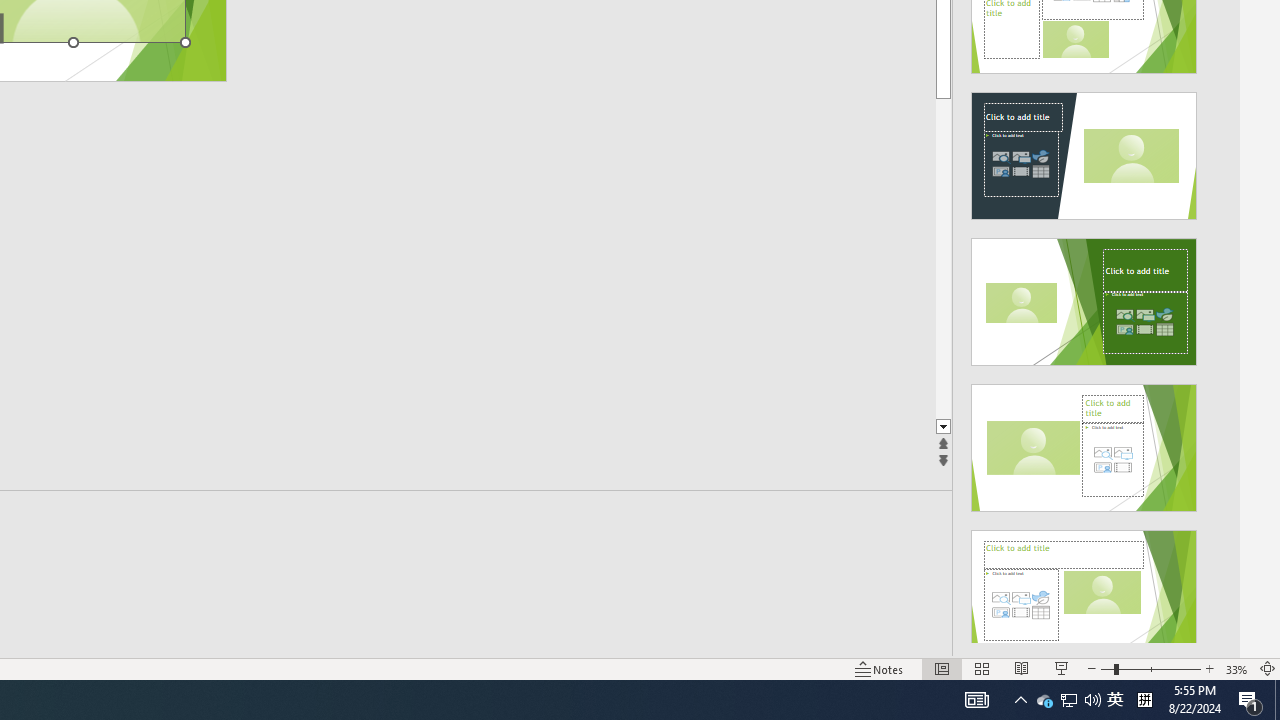 The height and width of the screenshot is (720, 1280). Describe the element at coordinates (1083, 586) in the screenshot. I see `'Design Idea'` at that location.